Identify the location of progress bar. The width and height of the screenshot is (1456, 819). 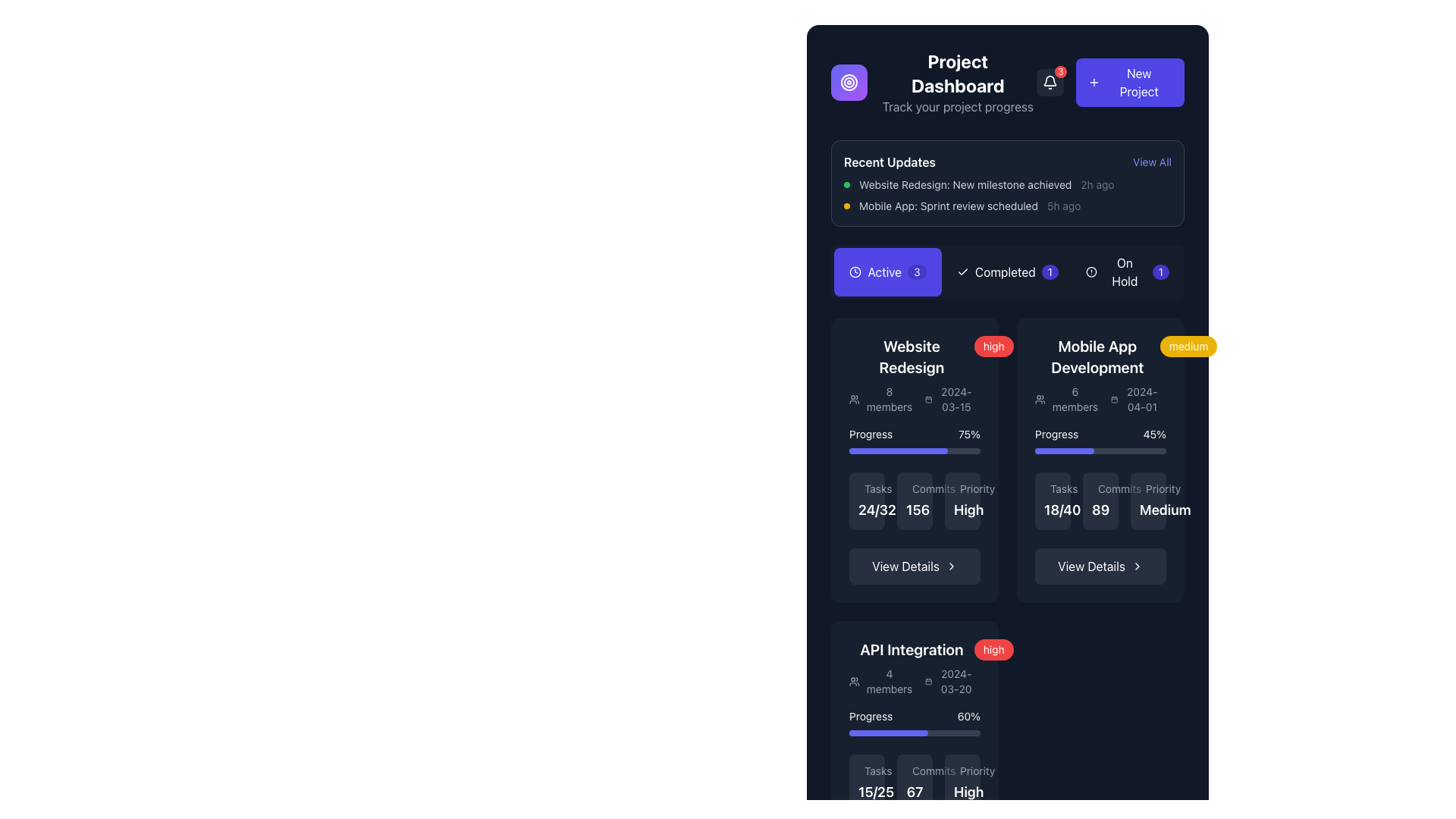
(902, 733).